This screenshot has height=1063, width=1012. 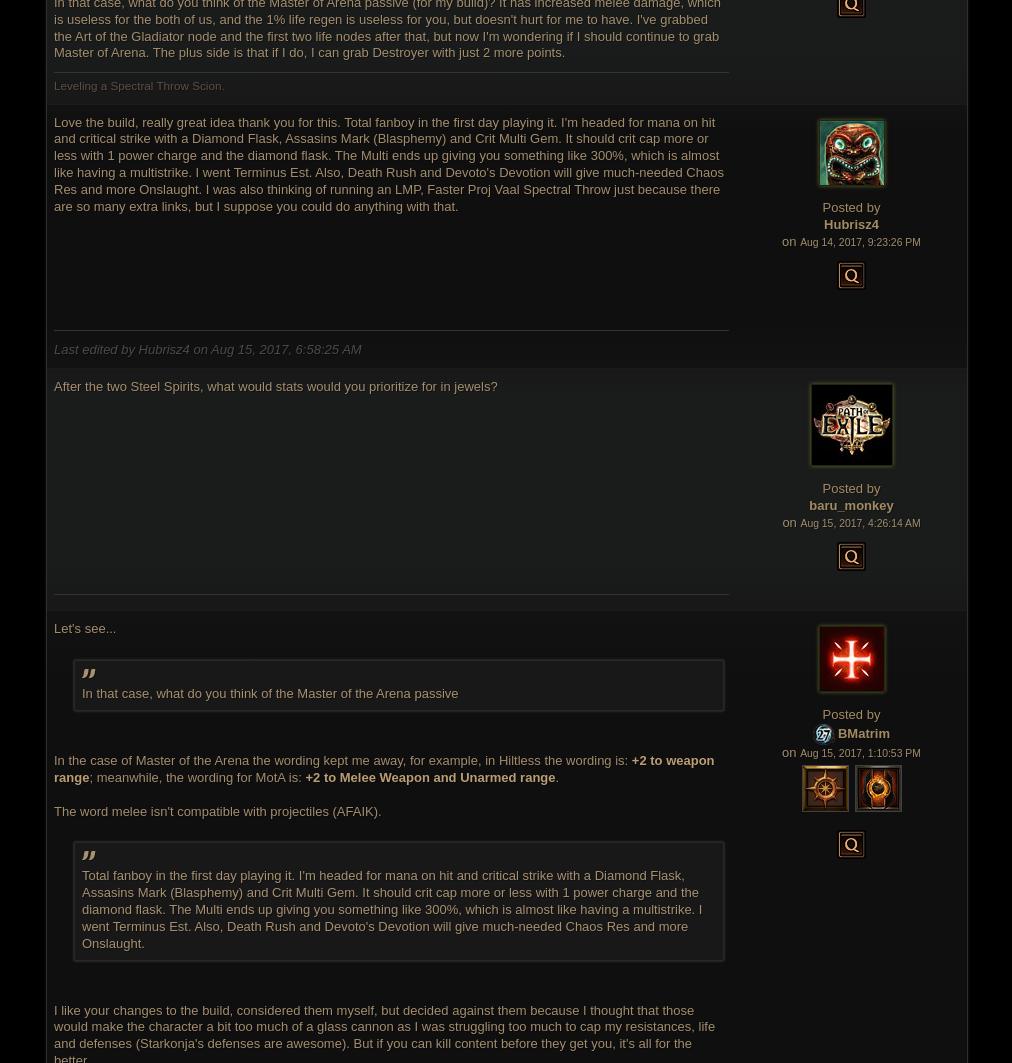 What do you see at coordinates (388, 164) in the screenshot?
I see `'Love the build, really great idea thank you for this. Total fanboy in the first day playing it. I'm headed for mana on hit and critical strike with a Diamond Flask, Assasins Mark (Blasphemy) and Crit Multi Gem.  It should crit cap more or less with 1 power charge and the diamond flask. The Multi ends up giving you something like 300%, which is almost like having a multistrike. I went Terminus Est. Also, Death Rush and Devoto's Devotion will give much-needed Chaos Res and more Onslaught. I was also thinking of running an LMP, Faster Proj Vaal Spectral Throw just because there are so many extra links, but I suppose you could do anything with that.'` at bounding box center [388, 164].